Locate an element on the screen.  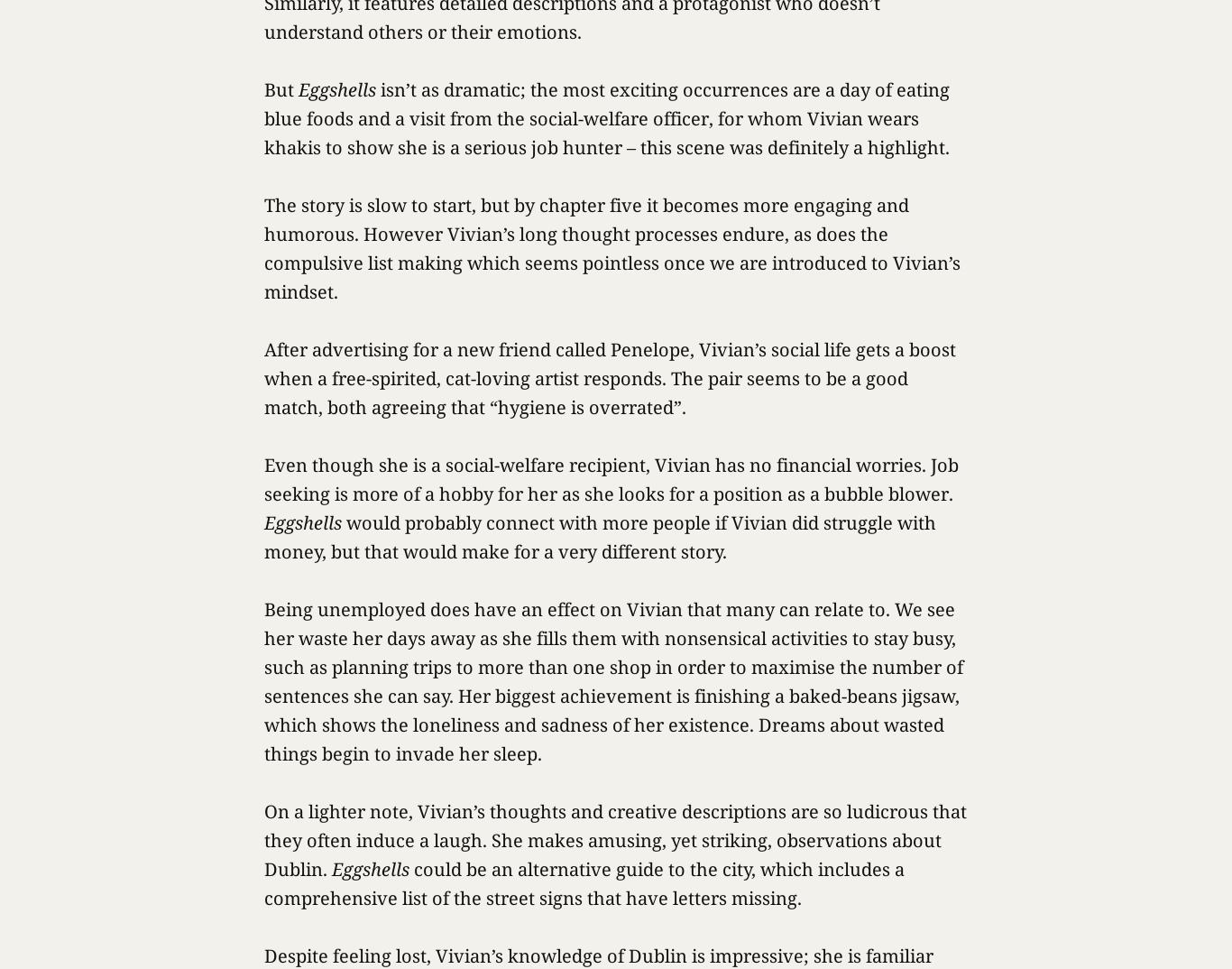
'After advertising for a new friend called Penelope, Vivian’s social life gets a boost when a free-spirited, cat-loving artist responds. The pair seems to be a good match, both agreeing that “hygiene is overrated”.' is located at coordinates (609, 378).